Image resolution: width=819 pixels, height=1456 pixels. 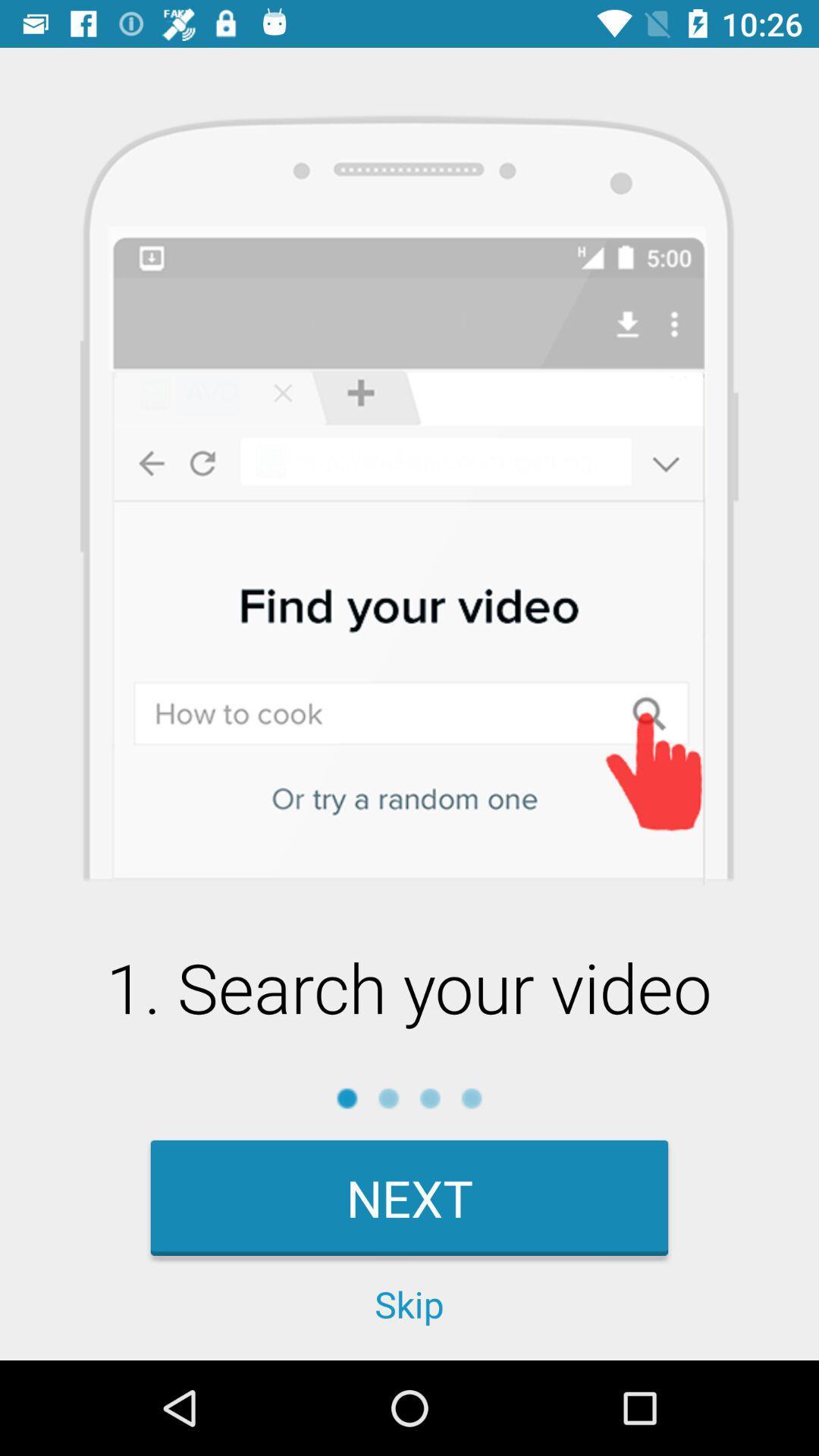 What do you see at coordinates (409, 1303) in the screenshot?
I see `the skip` at bounding box center [409, 1303].